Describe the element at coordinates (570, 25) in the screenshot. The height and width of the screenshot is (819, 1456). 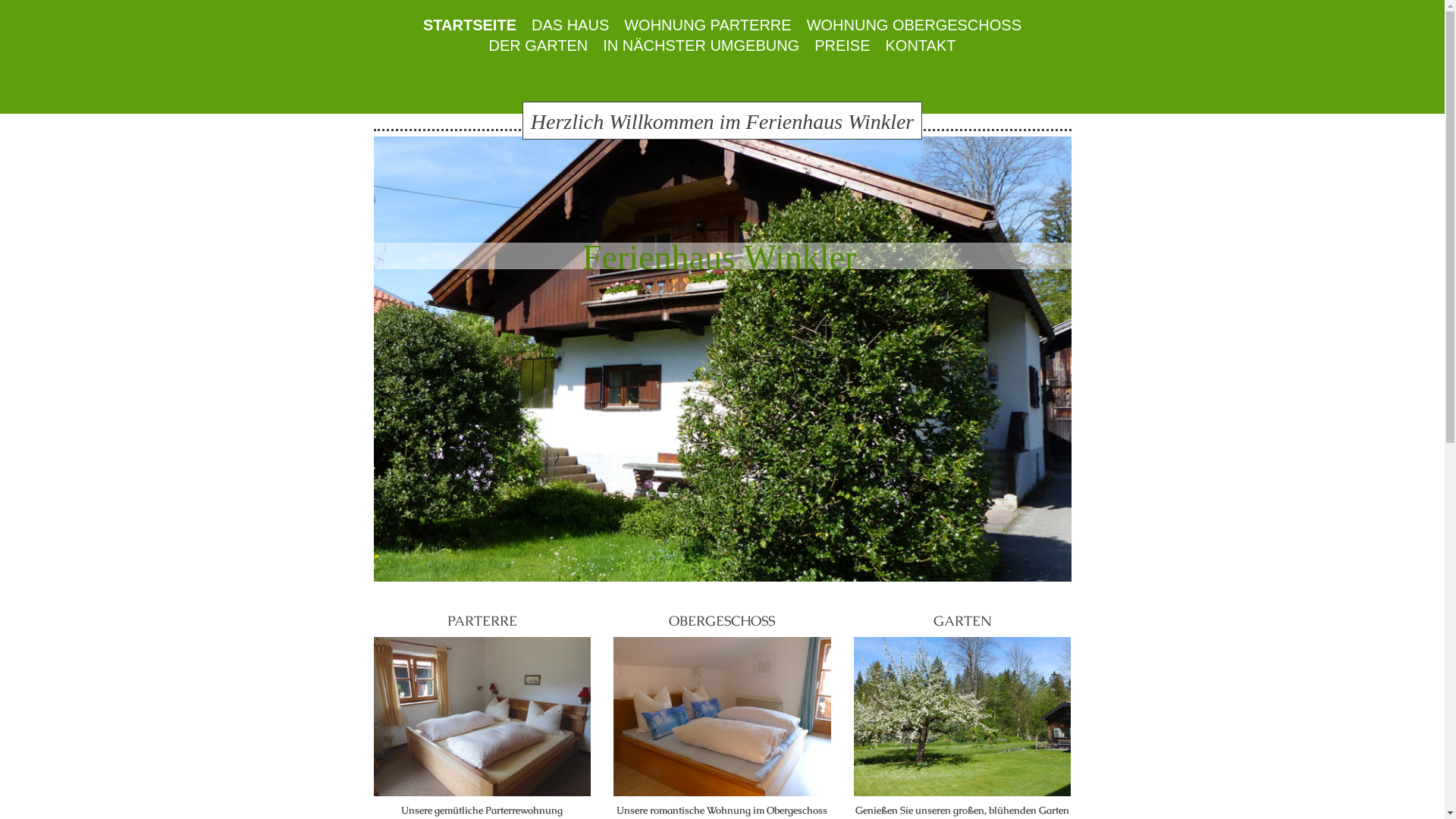
I see `'DAS HAUS'` at that location.